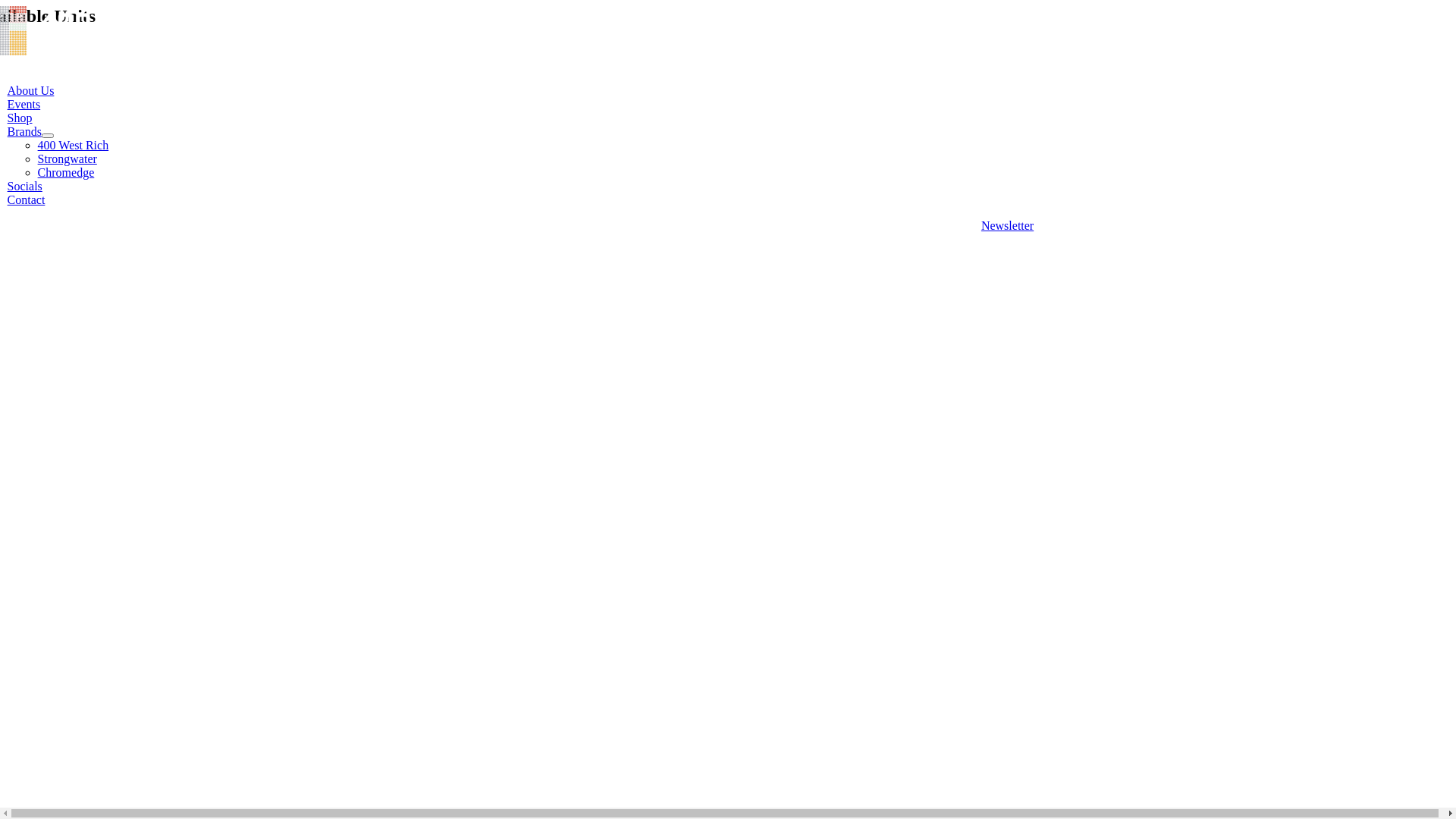 This screenshot has width=1456, height=819. I want to click on '400 West Rich', so click(72, 145).